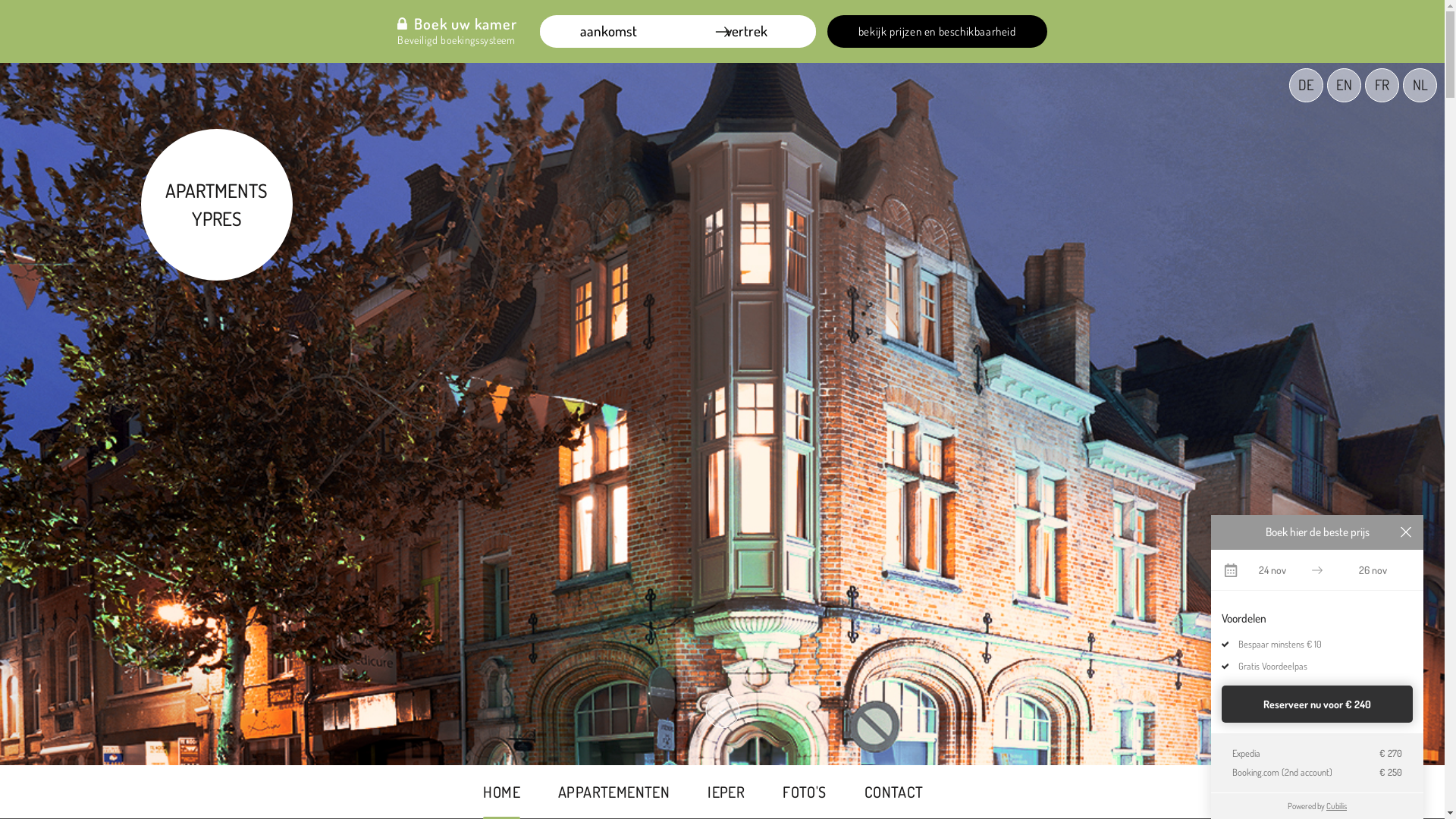 The height and width of the screenshot is (819, 1456). Describe the element at coordinates (783, 791) in the screenshot. I see `'FOTO'S'` at that location.